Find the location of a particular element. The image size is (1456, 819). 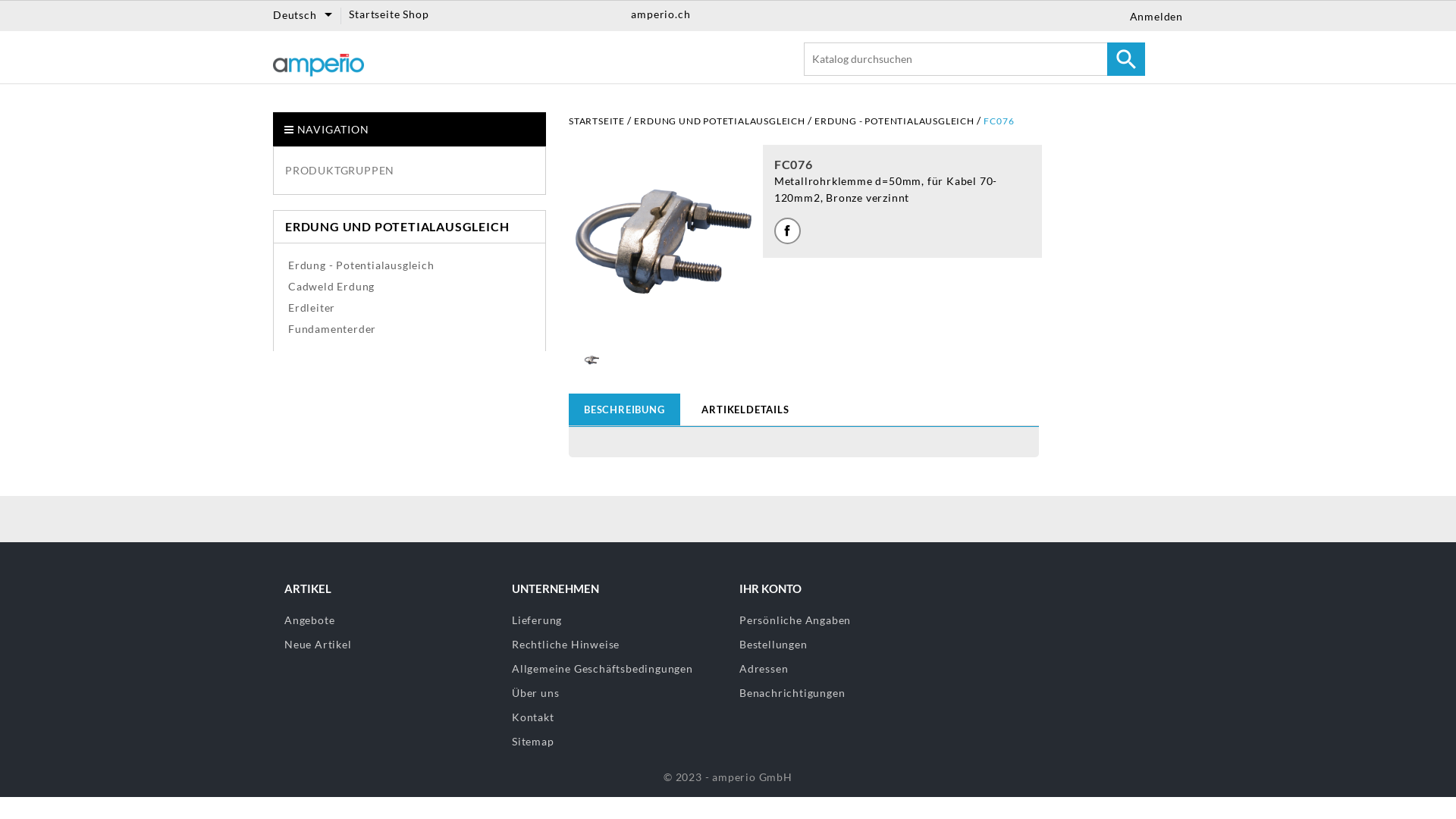

'Startseite Shop' is located at coordinates (388, 14).